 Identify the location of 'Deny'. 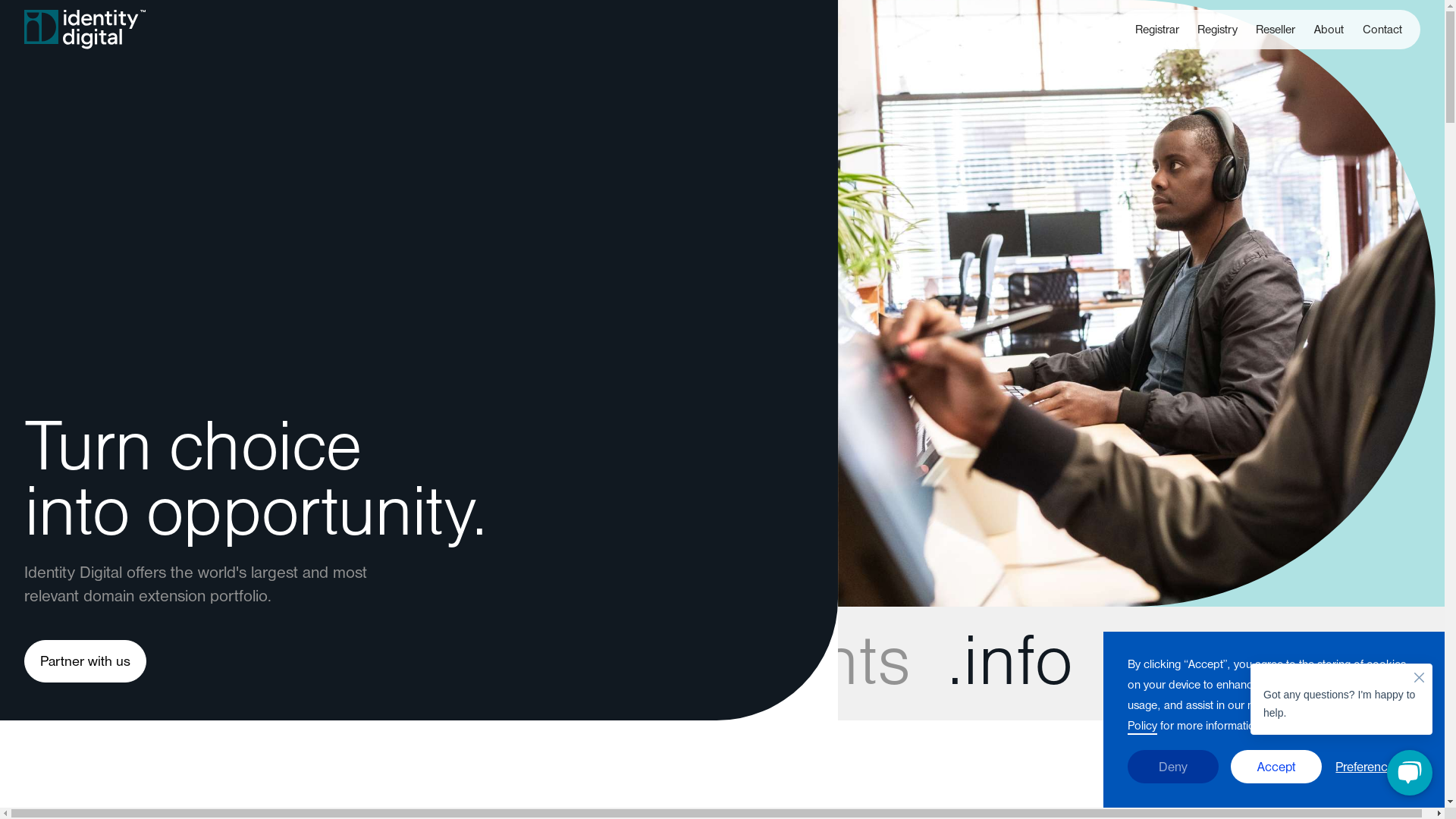
(1172, 766).